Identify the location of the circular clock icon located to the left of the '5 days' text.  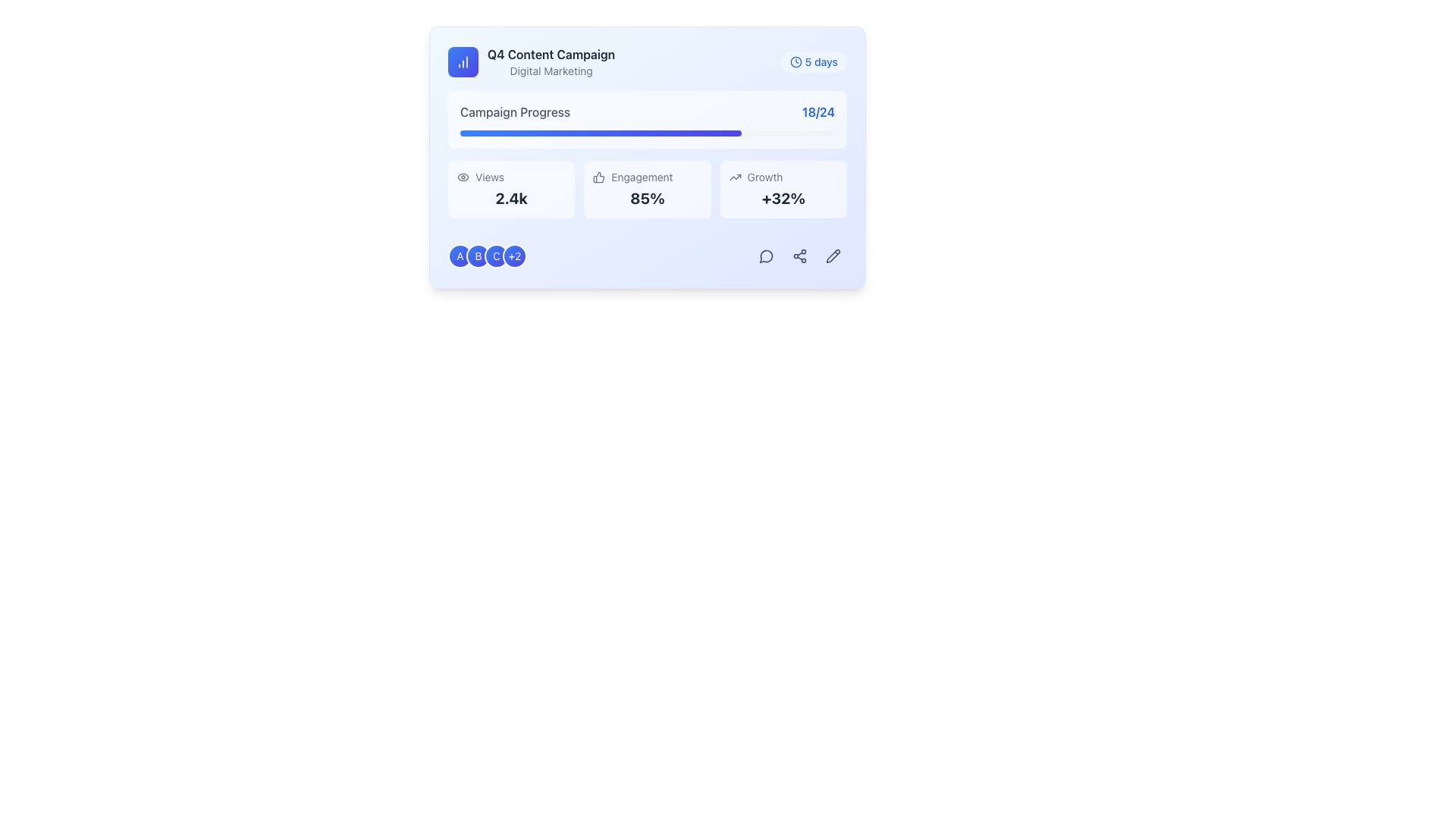
(795, 61).